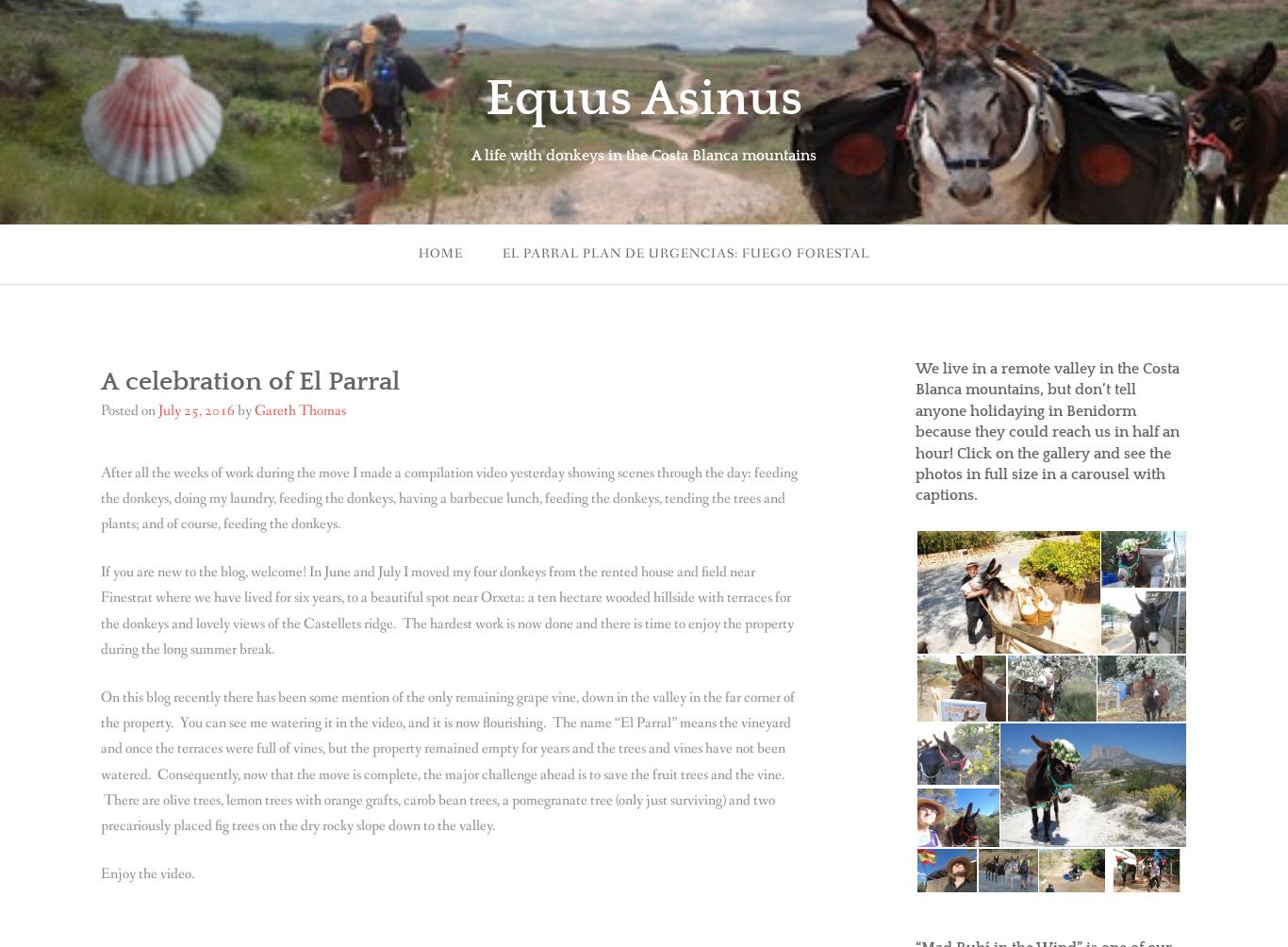 Image resolution: width=1288 pixels, height=947 pixels. Describe the element at coordinates (447, 761) in the screenshot. I see `'On this blog recently there has been some mention of the only remaining grape vine, down in the valley in the far corner of the property.  You can see me watering it in the video, and it is now flourishing.  The name “El Parral” means the vineyard and once the terraces were full of vines, but the property remained empty for years and the trees and vines have not been watered.  Consequently, now that the move is complete, the major challenge ahead is to save the fruit trees and the vine.  There are olive trees, lemon trees with orange grafts, carob bean trees, a pomegranate tree (only just surviving) and two precariously placed fig trees on the dry rocky slope down to the valley.'` at that location.